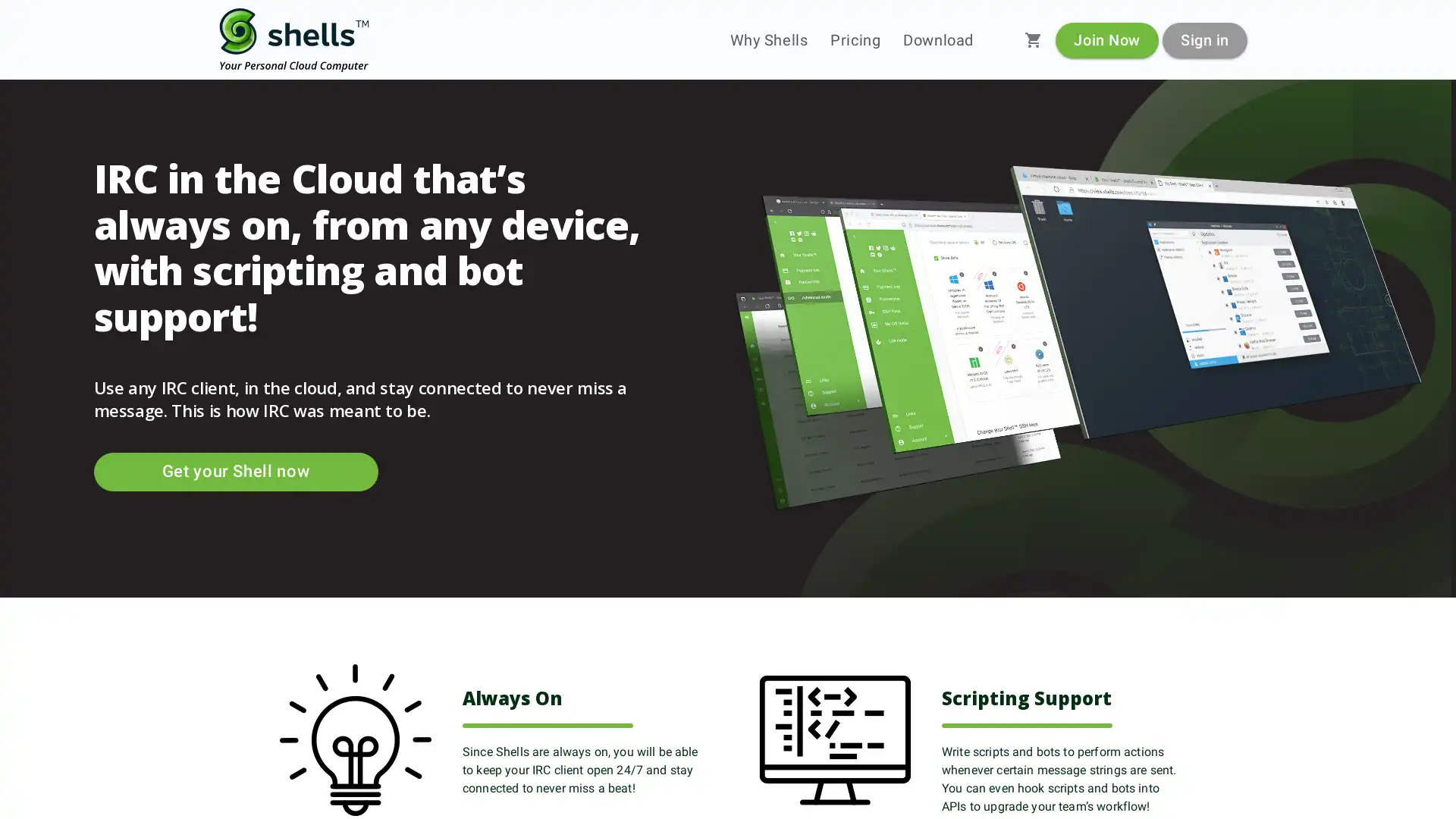  What do you see at coordinates (1203, 39) in the screenshot?
I see `Sign in` at bounding box center [1203, 39].